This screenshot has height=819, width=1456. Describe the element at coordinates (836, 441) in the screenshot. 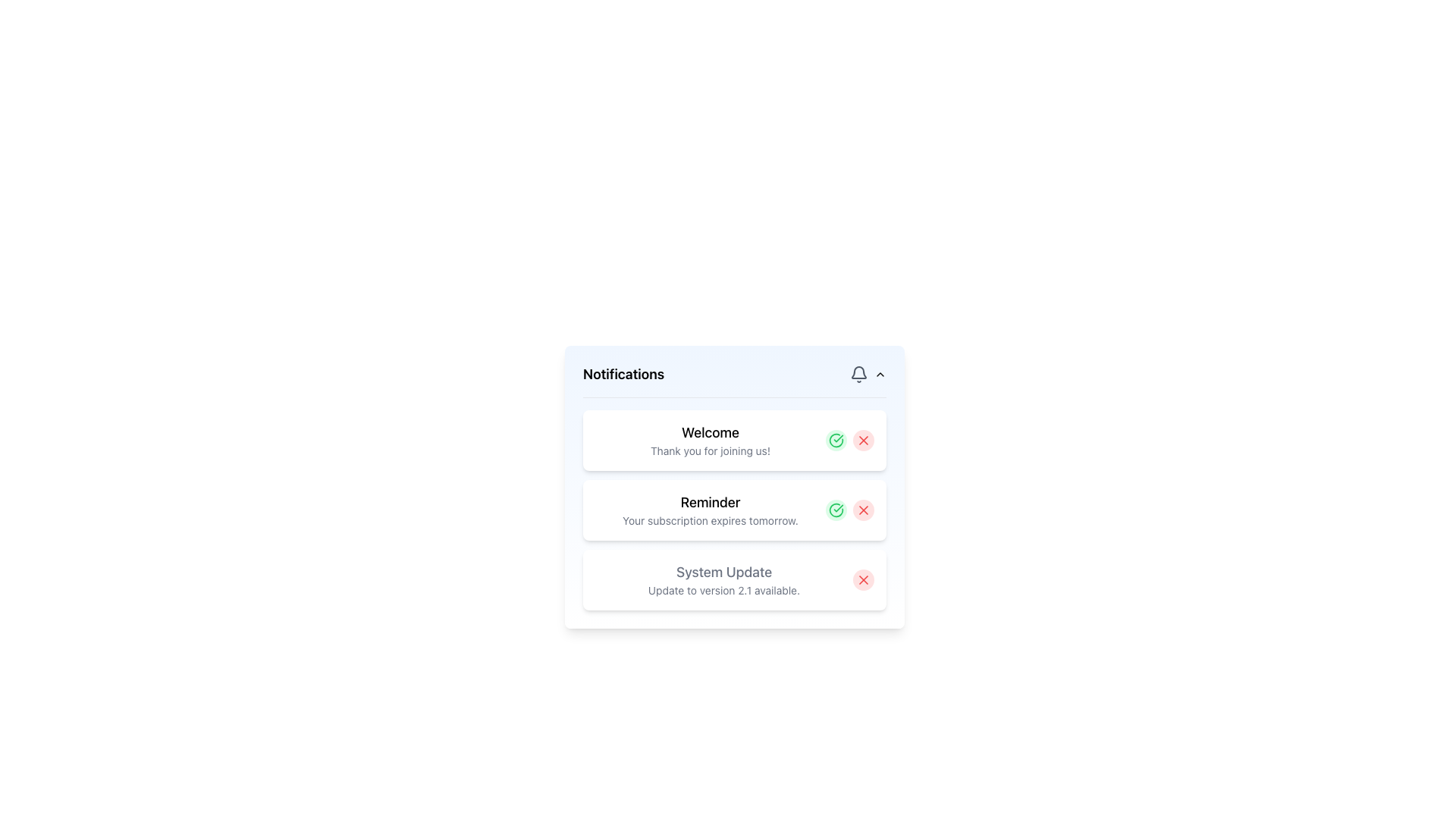

I see `the first icon button to the right of the 'Welcome' notification message to mark the notification as acknowledged` at that location.